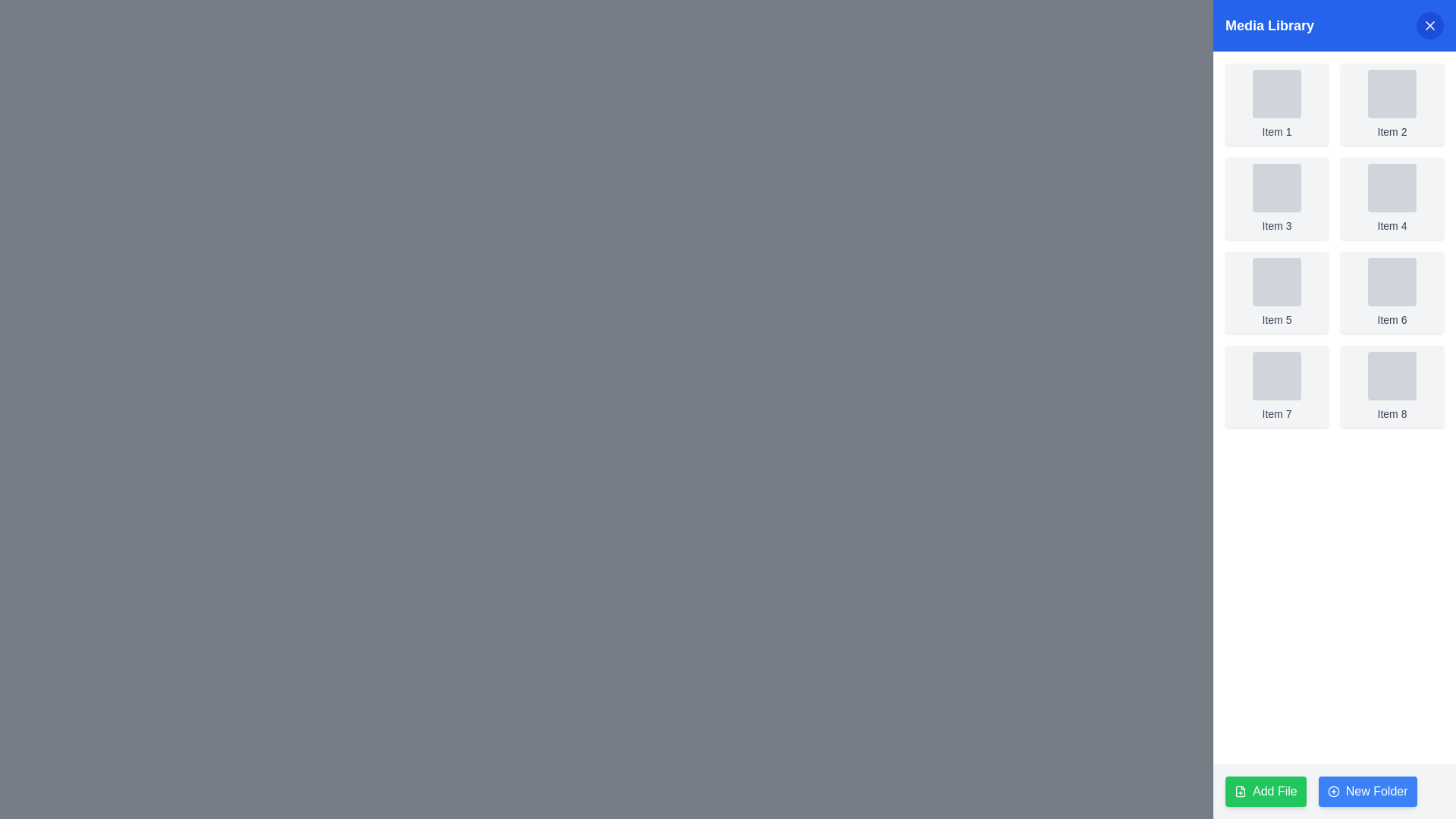 Image resolution: width=1456 pixels, height=819 pixels. Describe the element at coordinates (1332, 791) in the screenshot. I see `the outer circular border of the 'circle-plus' icon, which is adjacent to the 'New Folder' button, as it is part of an interactive area` at that location.